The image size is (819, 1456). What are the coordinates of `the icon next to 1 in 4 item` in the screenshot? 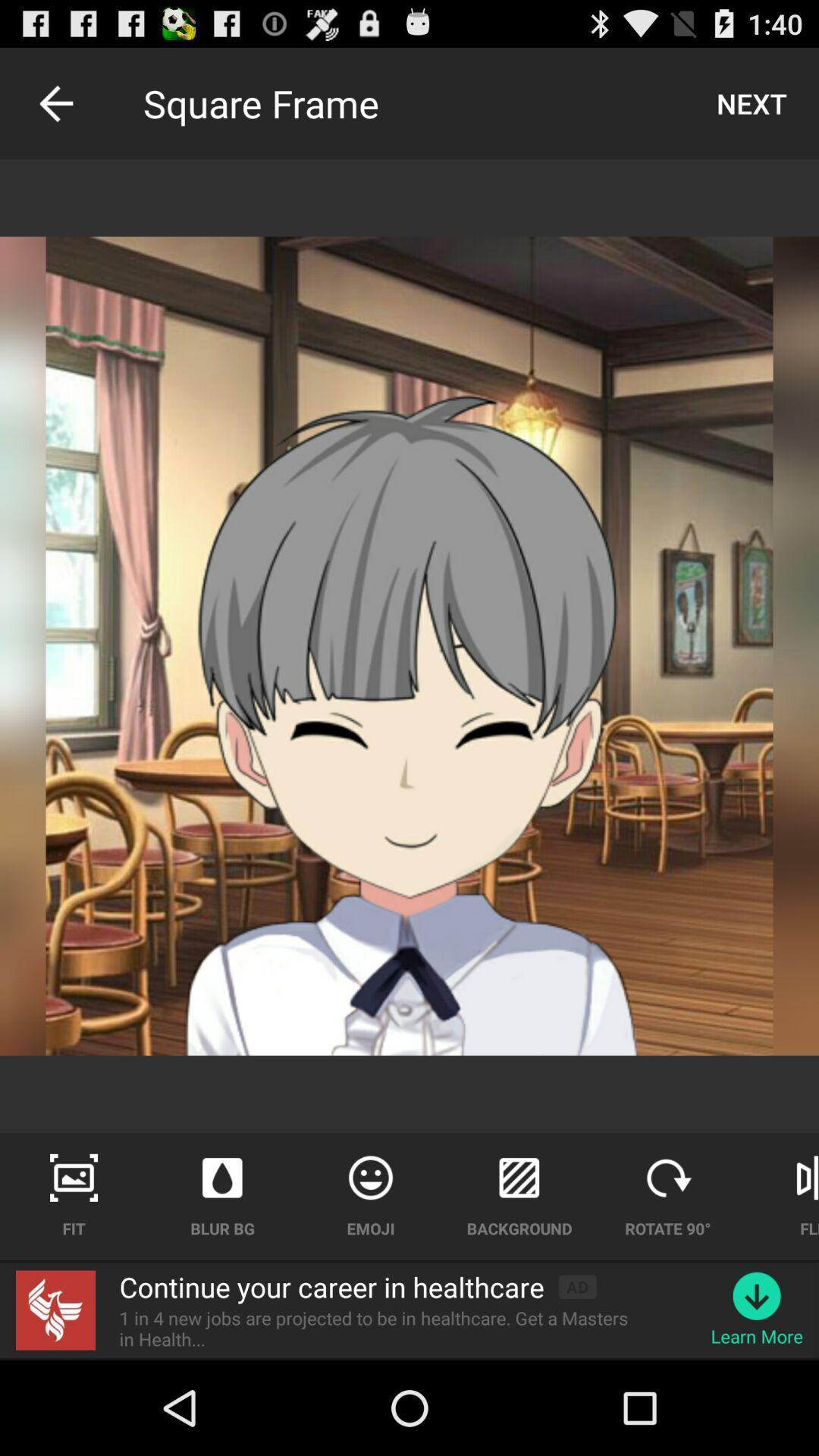 It's located at (757, 1295).